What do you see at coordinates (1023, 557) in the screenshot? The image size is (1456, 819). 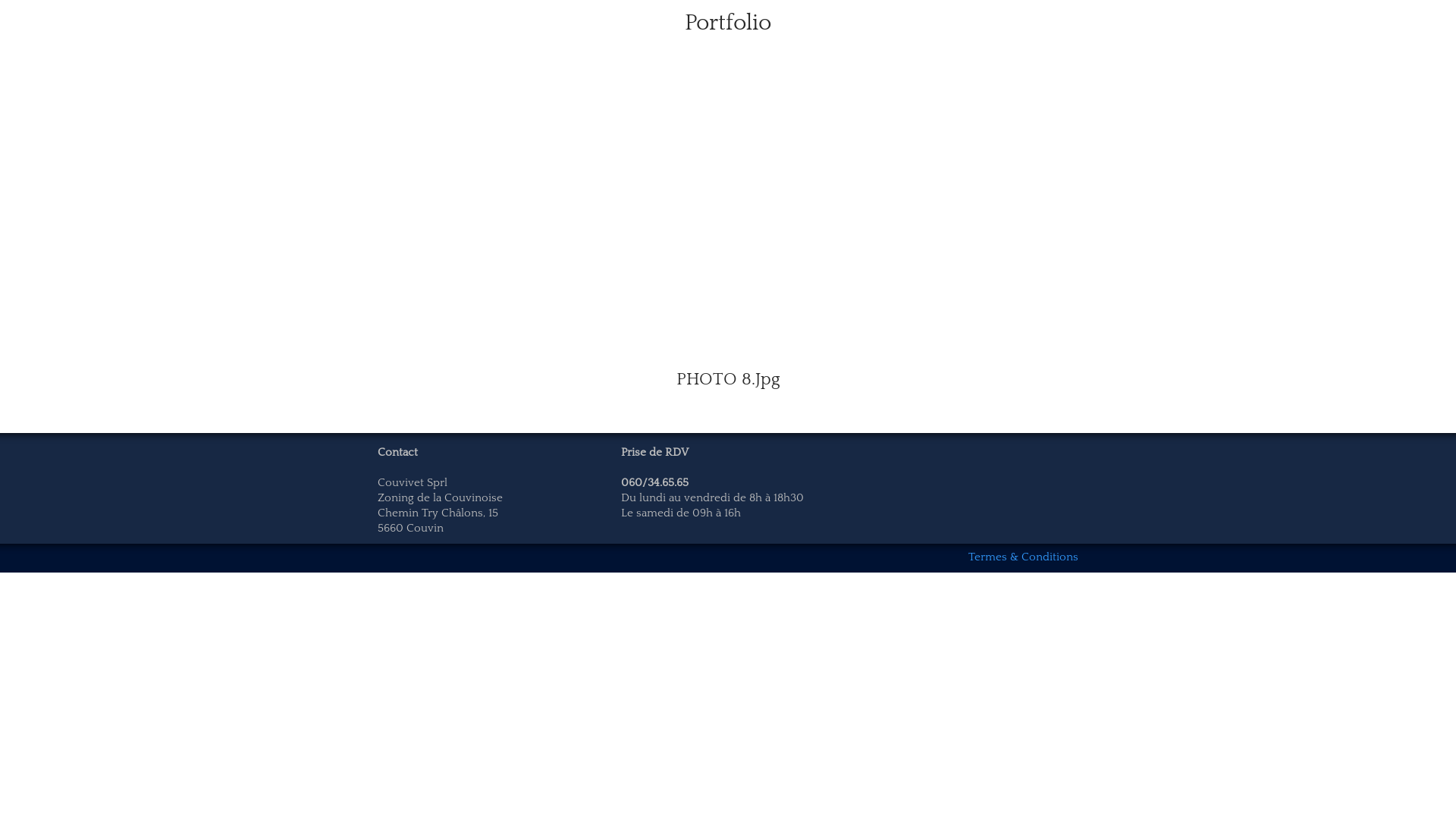 I see `'Termes & Conditions'` at bounding box center [1023, 557].